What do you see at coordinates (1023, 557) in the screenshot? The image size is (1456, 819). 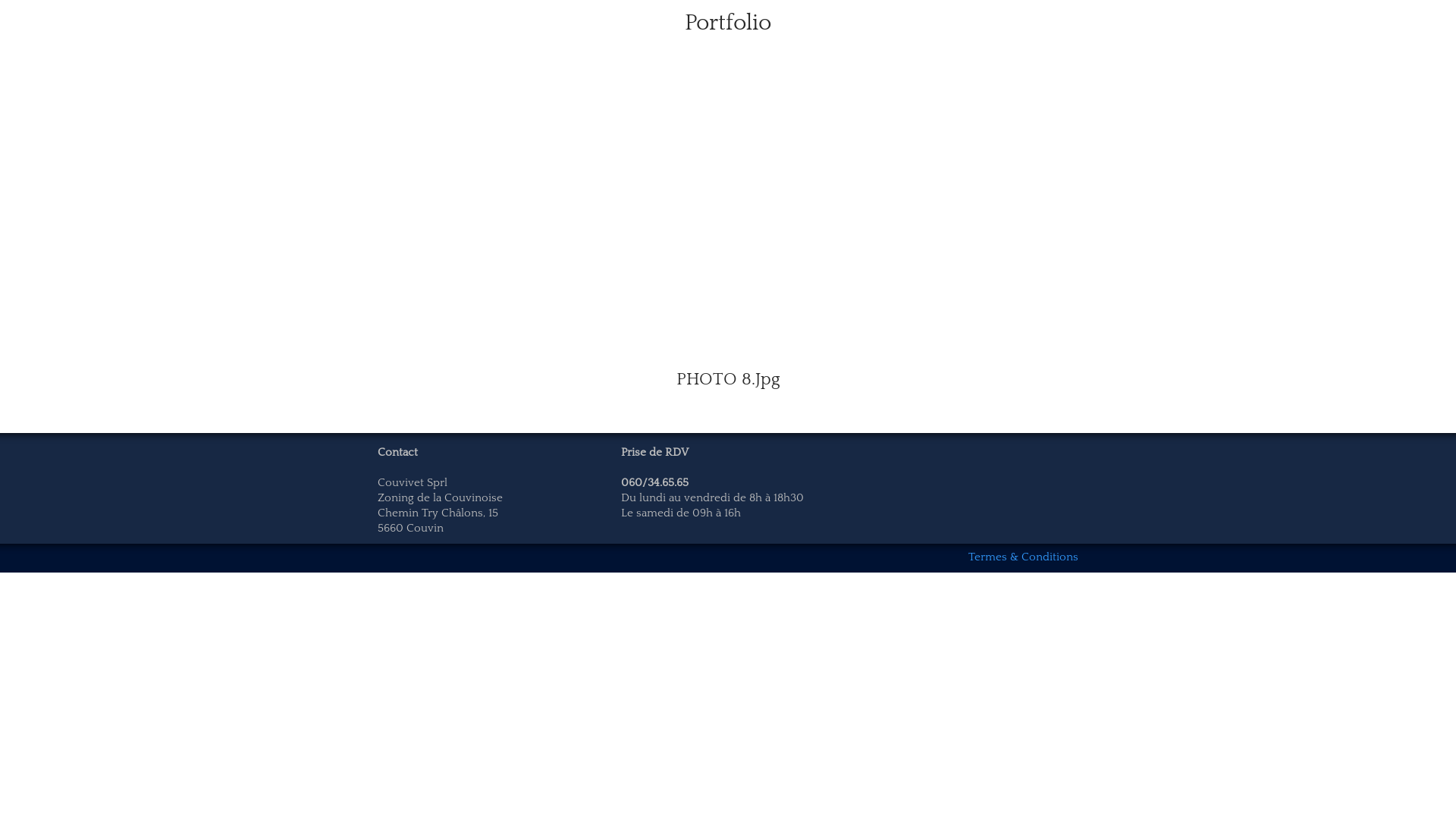 I see `'Termes & Conditions'` at bounding box center [1023, 557].